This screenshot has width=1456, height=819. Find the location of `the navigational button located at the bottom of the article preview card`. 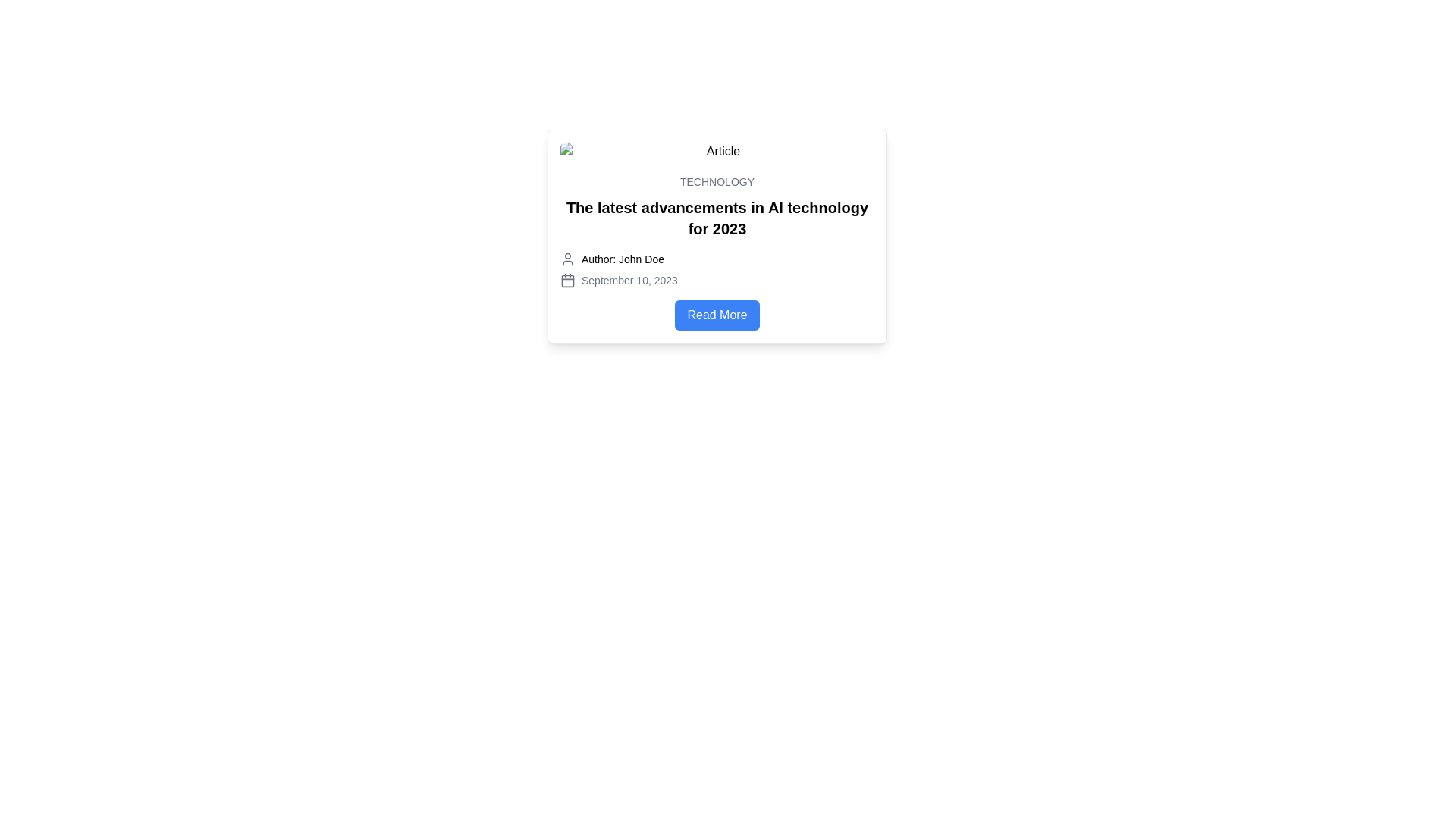

the navigational button located at the bottom of the article preview card is located at coordinates (716, 315).